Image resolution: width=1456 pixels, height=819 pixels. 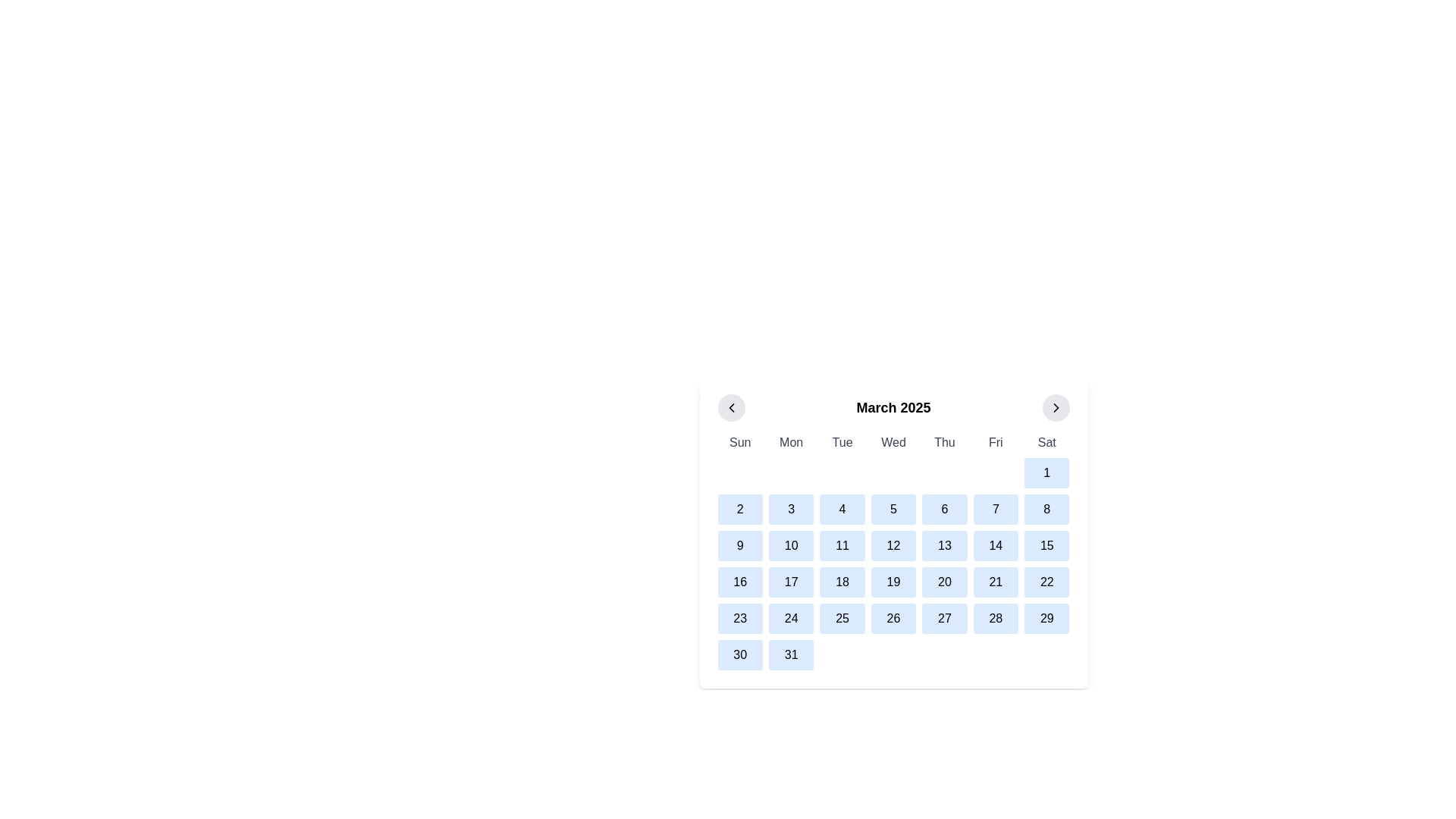 I want to click on the button representing the 18th day of March 2025 in the monthly calendar view, so click(x=842, y=581).